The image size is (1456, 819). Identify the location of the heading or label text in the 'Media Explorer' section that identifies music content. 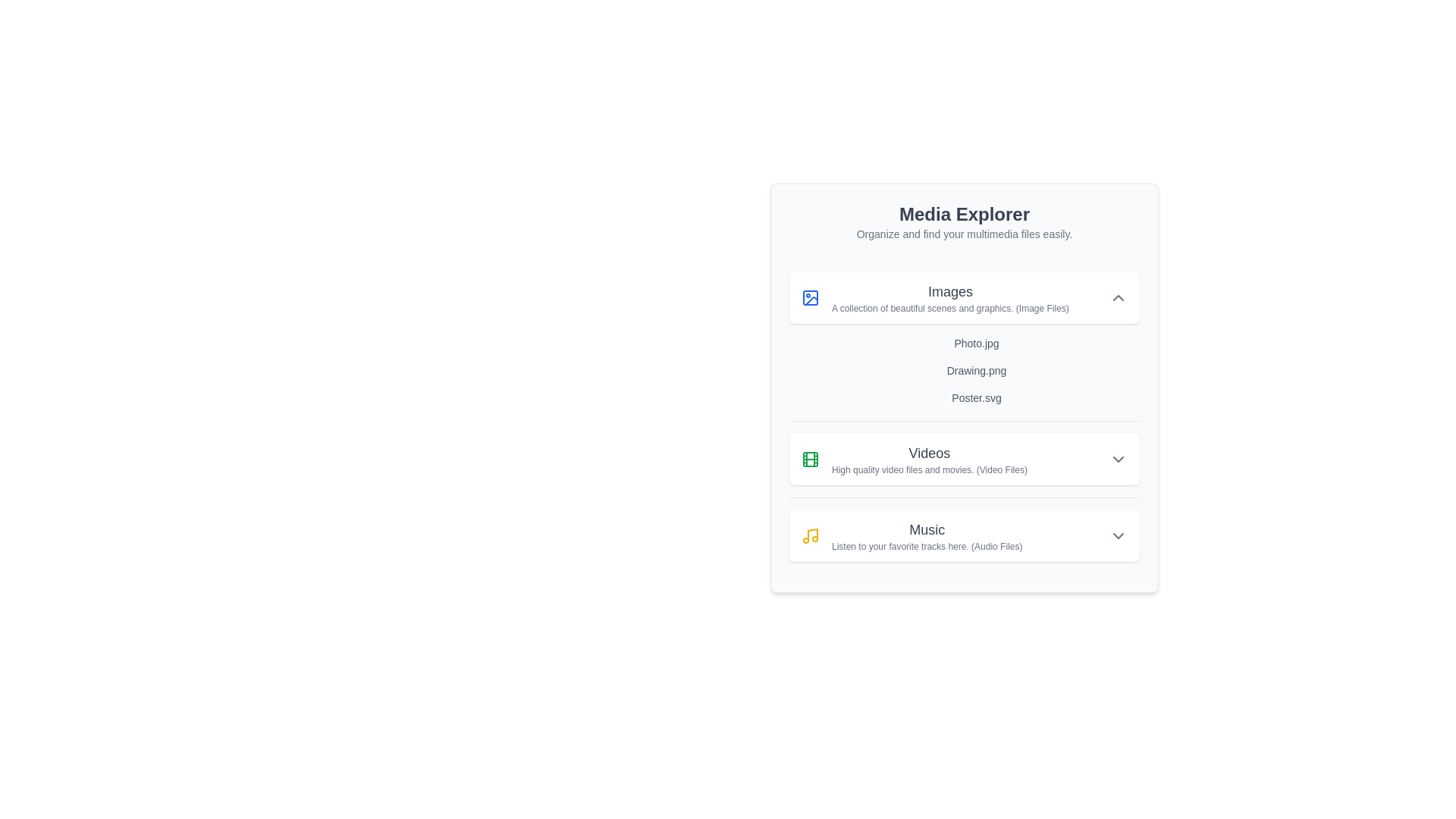
(926, 529).